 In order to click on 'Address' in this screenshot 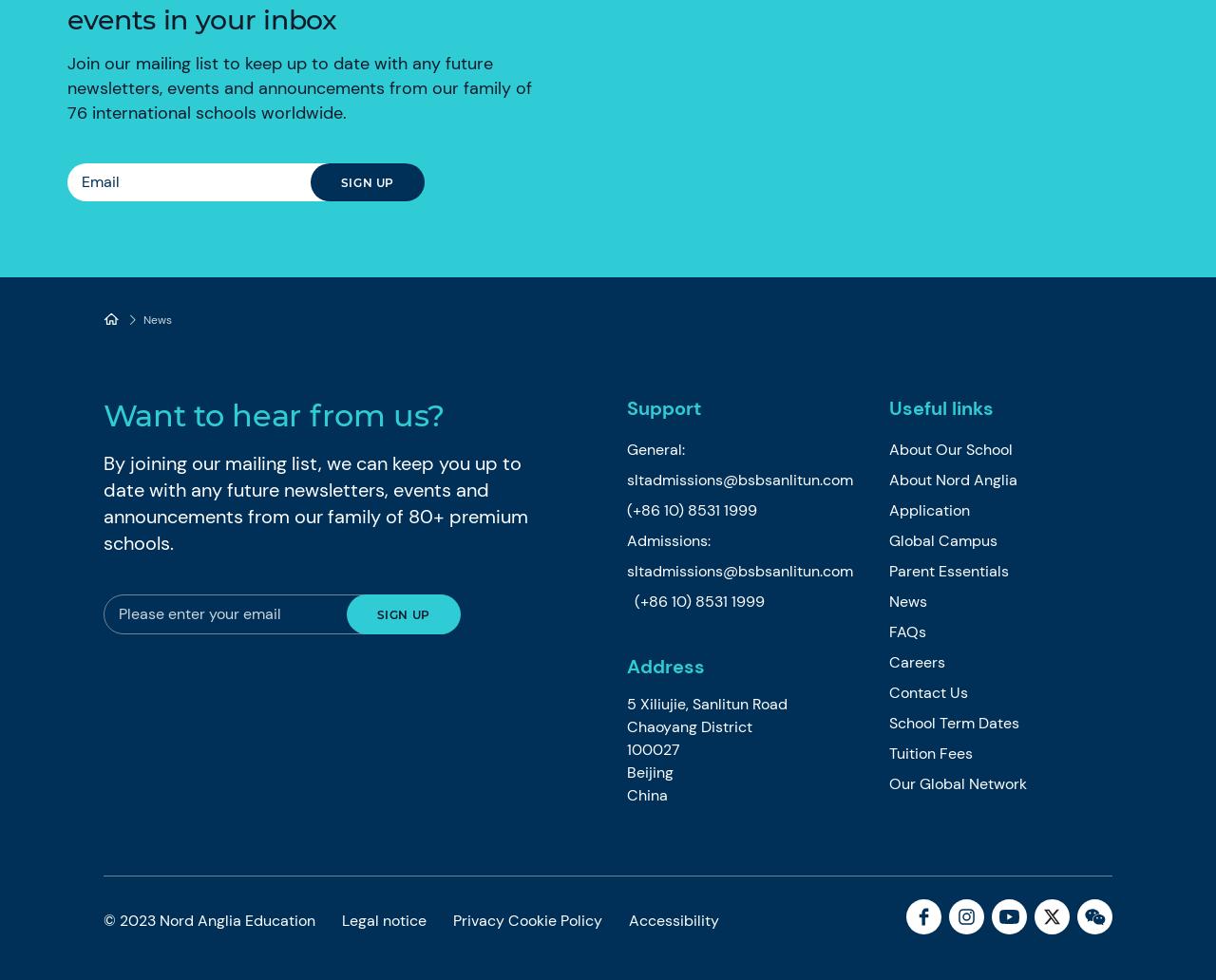, I will do `click(666, 665)`.